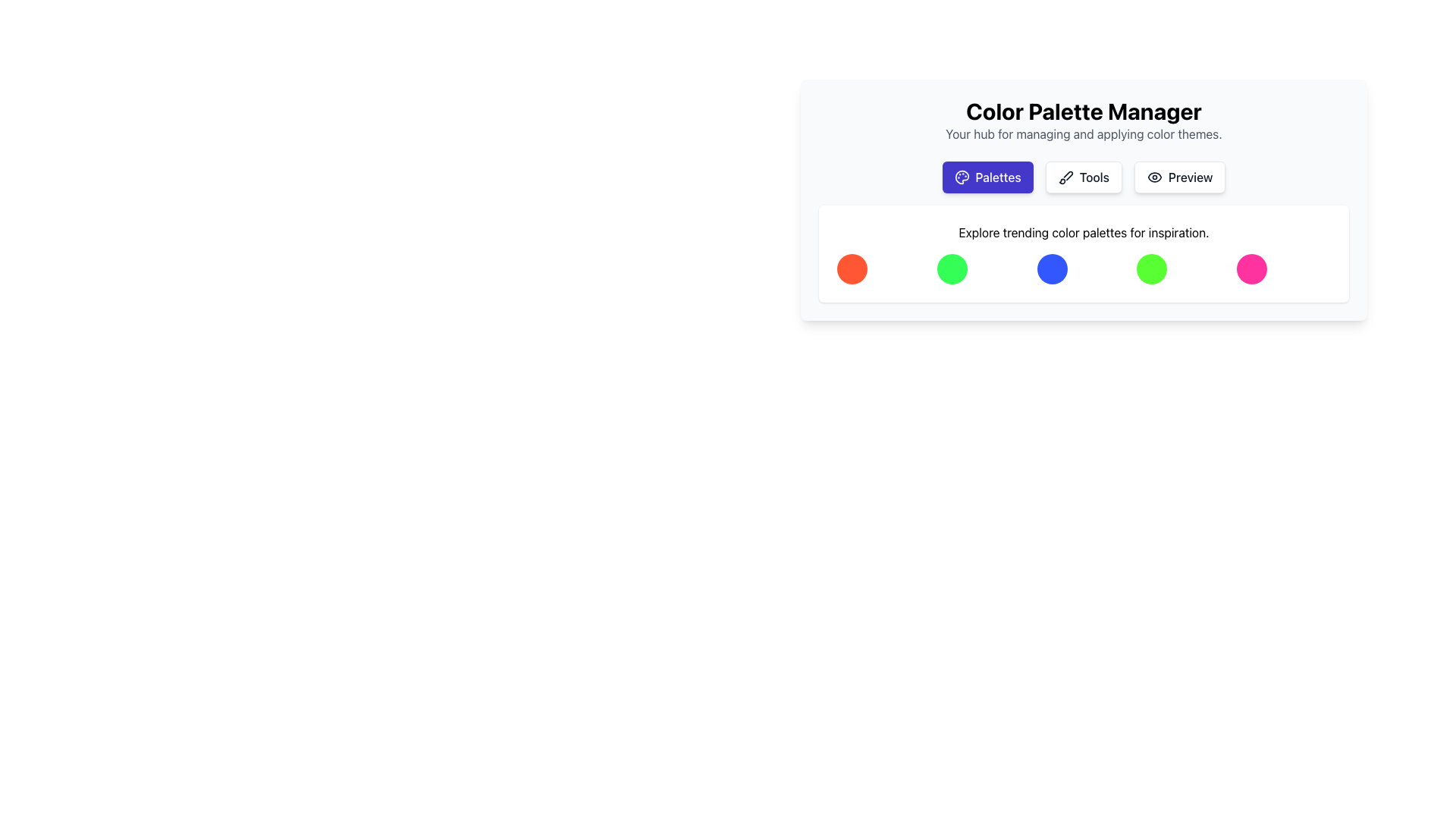  What do you see at coordinates (1153, 177) in the screenshot?
I see `the preview icon located to the left of the 'Preview' text within the button labeled 'Preview' at the top-right corner of the color palette tools card layout` at bounding box center [1153, 177].